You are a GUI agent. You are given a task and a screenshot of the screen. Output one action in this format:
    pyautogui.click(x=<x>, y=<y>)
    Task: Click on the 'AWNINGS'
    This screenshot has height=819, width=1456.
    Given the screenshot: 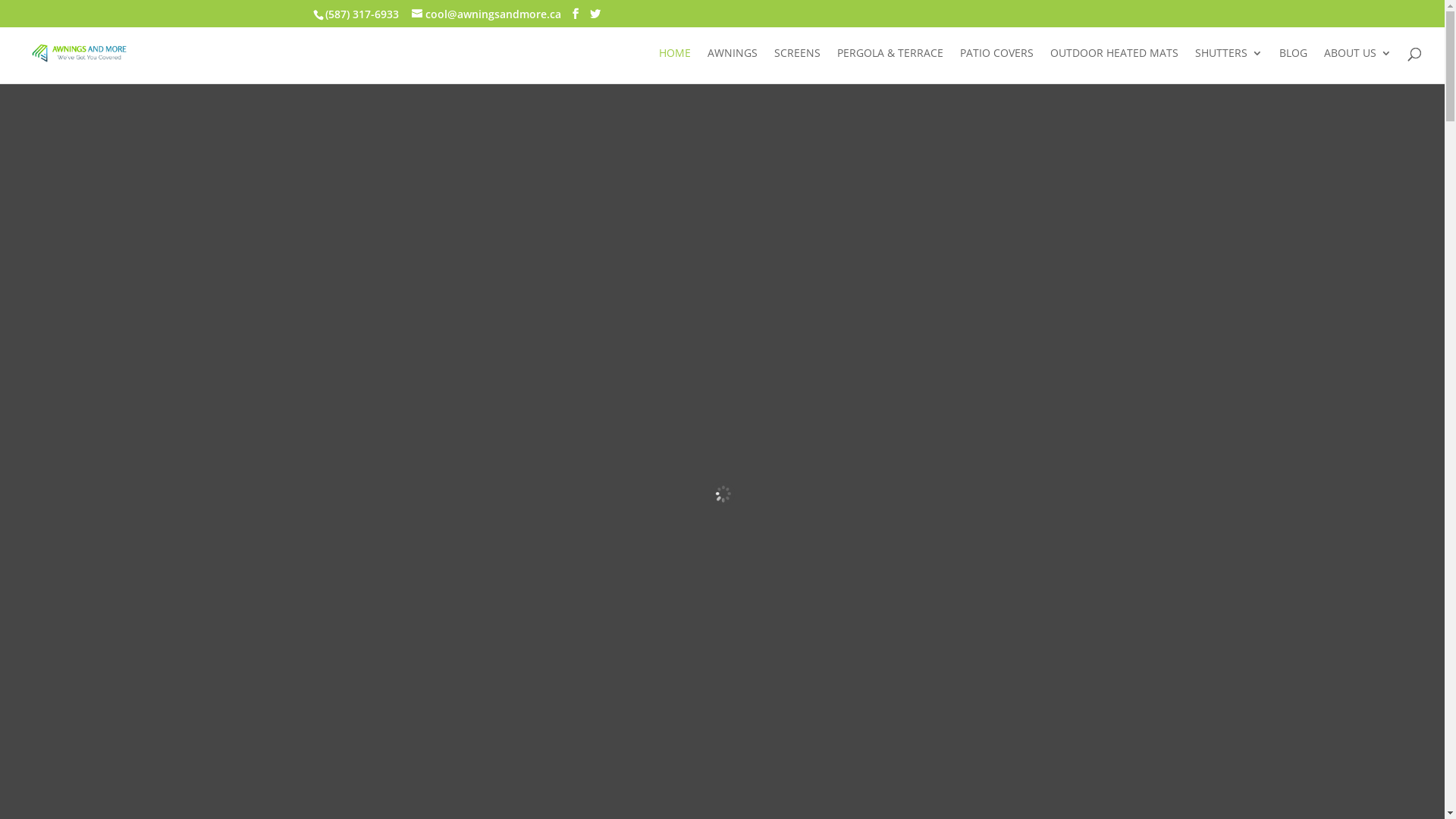 What is the action you would take?
    pyautogui.click(x=732, y=64)
    